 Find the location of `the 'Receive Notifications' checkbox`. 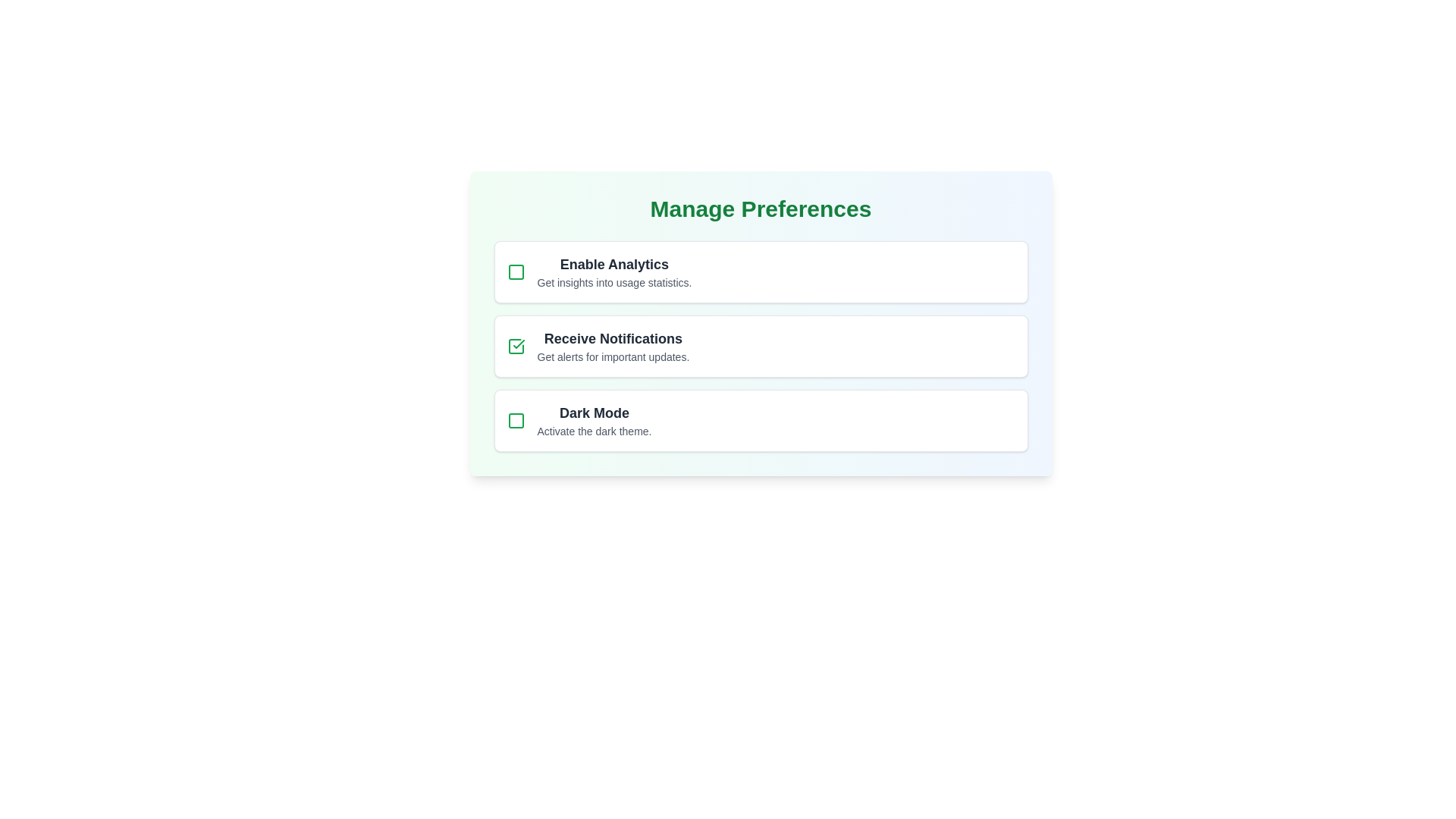

the 'Receive Notifications' checkbox is located at coordinates (516, 346).